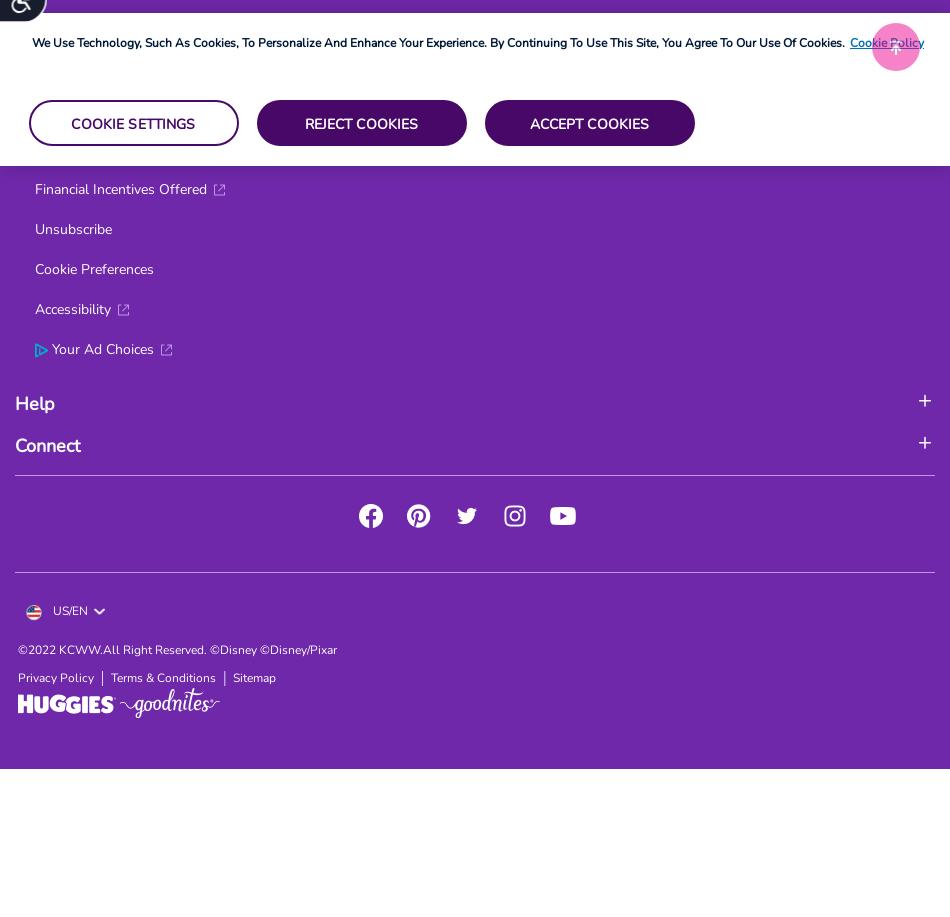 This screenshot has height=917, width=950. What do you see at coordinates (68, 609) in the screenshot?
I see `'US/EN'` at bounding box center [68, 609].